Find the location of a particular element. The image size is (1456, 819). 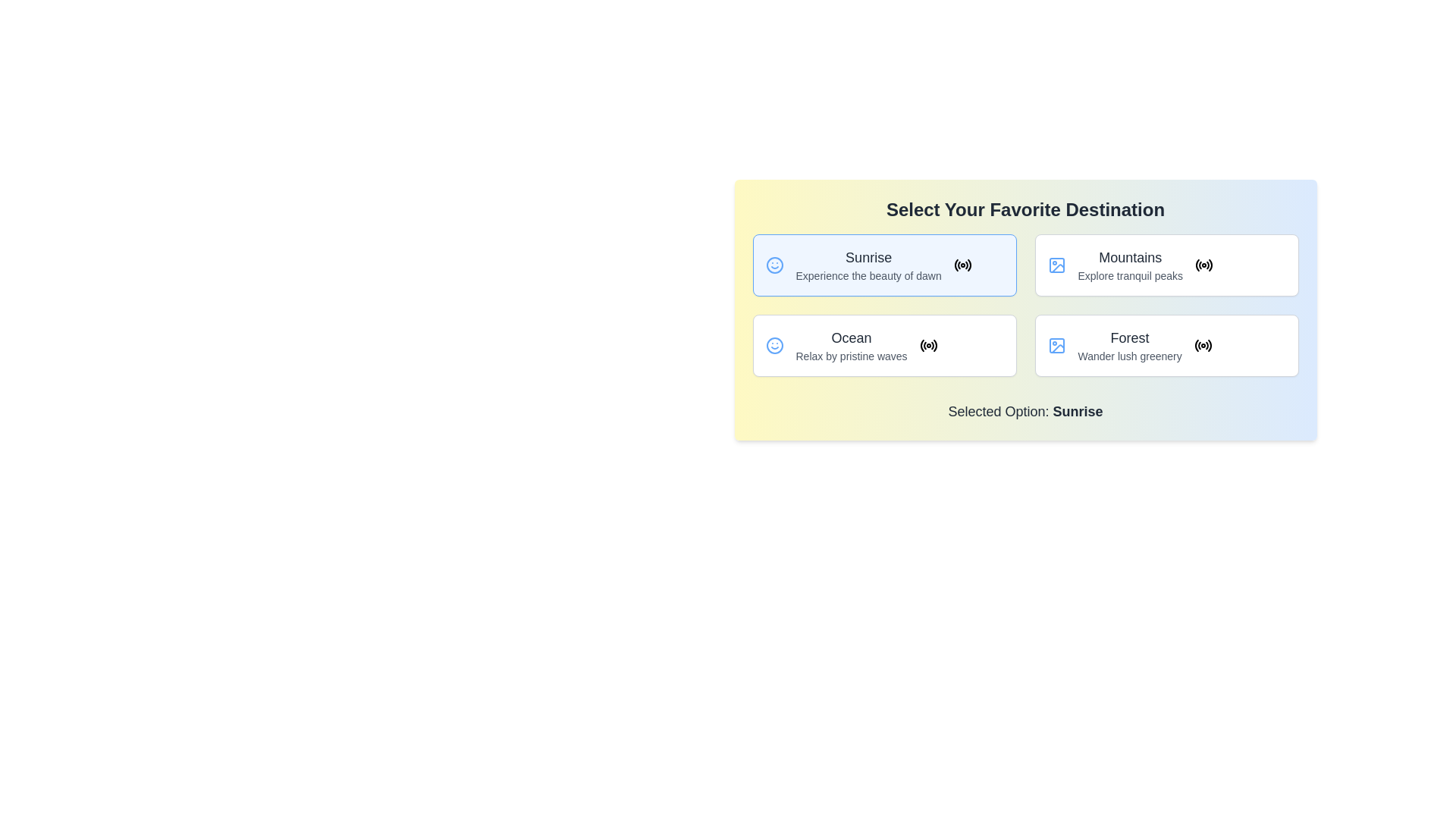

the 'Mountains' selectable option in the grid layout to indicate your selection is located at coordinates (1166, 265).